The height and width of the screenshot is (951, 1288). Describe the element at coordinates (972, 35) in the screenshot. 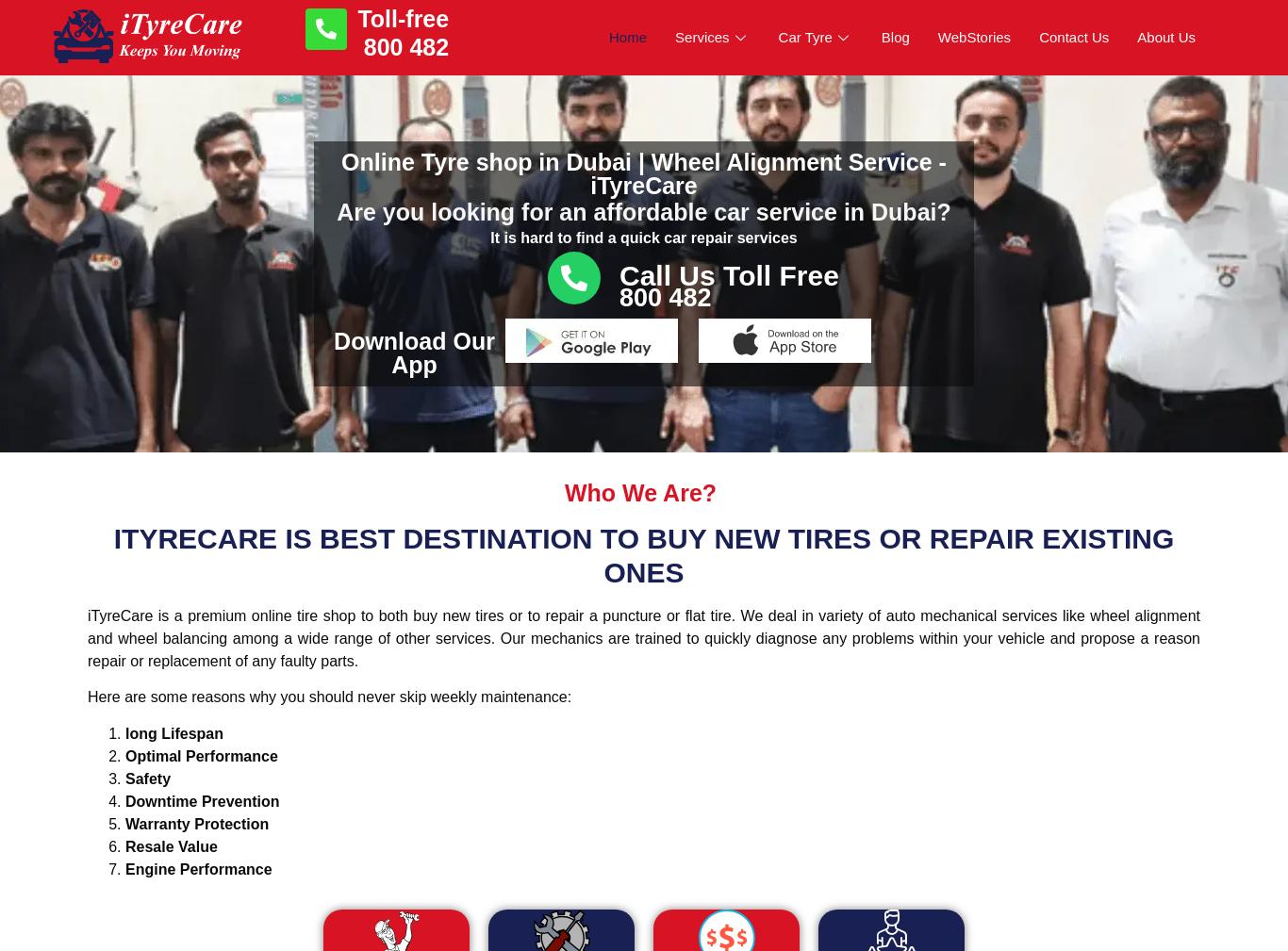

I see `'WebStories'` at that location.